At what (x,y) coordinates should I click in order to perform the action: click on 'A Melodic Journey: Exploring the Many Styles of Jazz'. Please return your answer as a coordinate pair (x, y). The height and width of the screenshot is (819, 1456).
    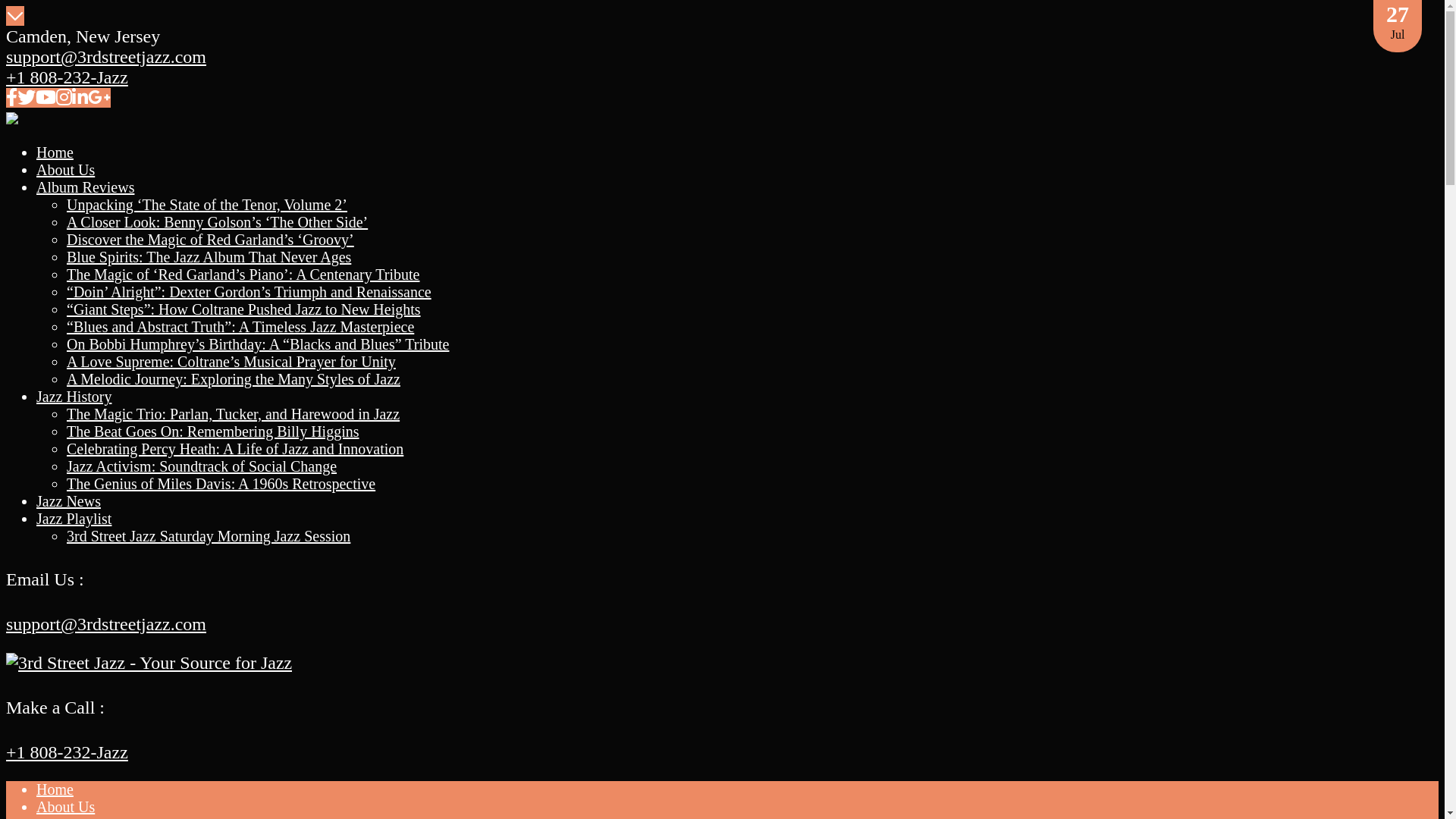
    Looking at the image, I should click on (232, 378).